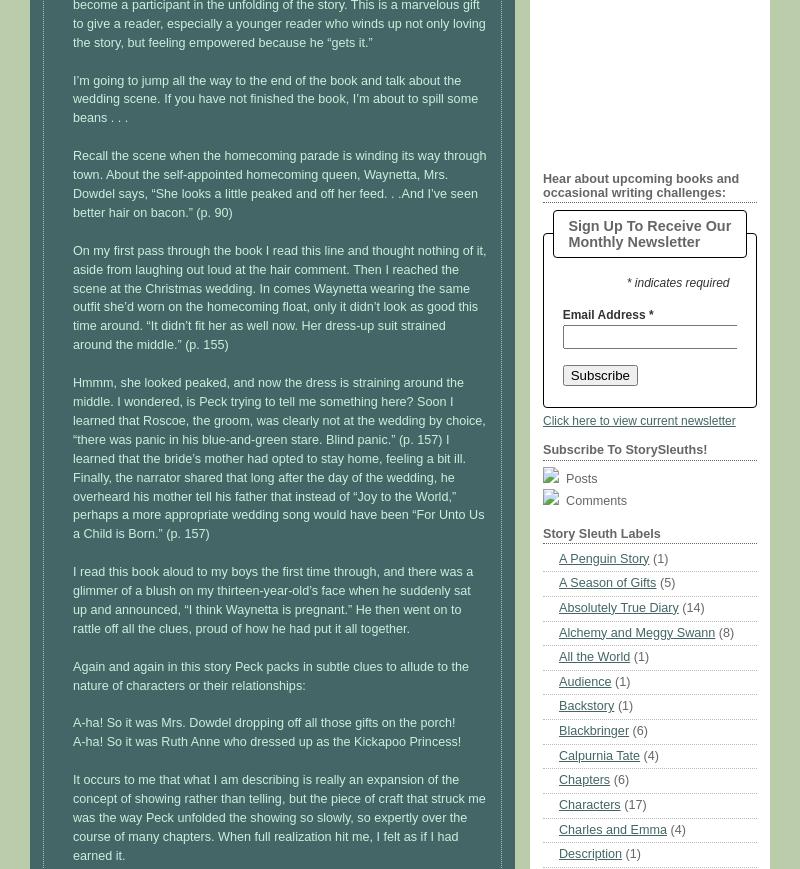 This screenshot has width=800, height=869. I want to click on 'Audience', so click(583, 681).